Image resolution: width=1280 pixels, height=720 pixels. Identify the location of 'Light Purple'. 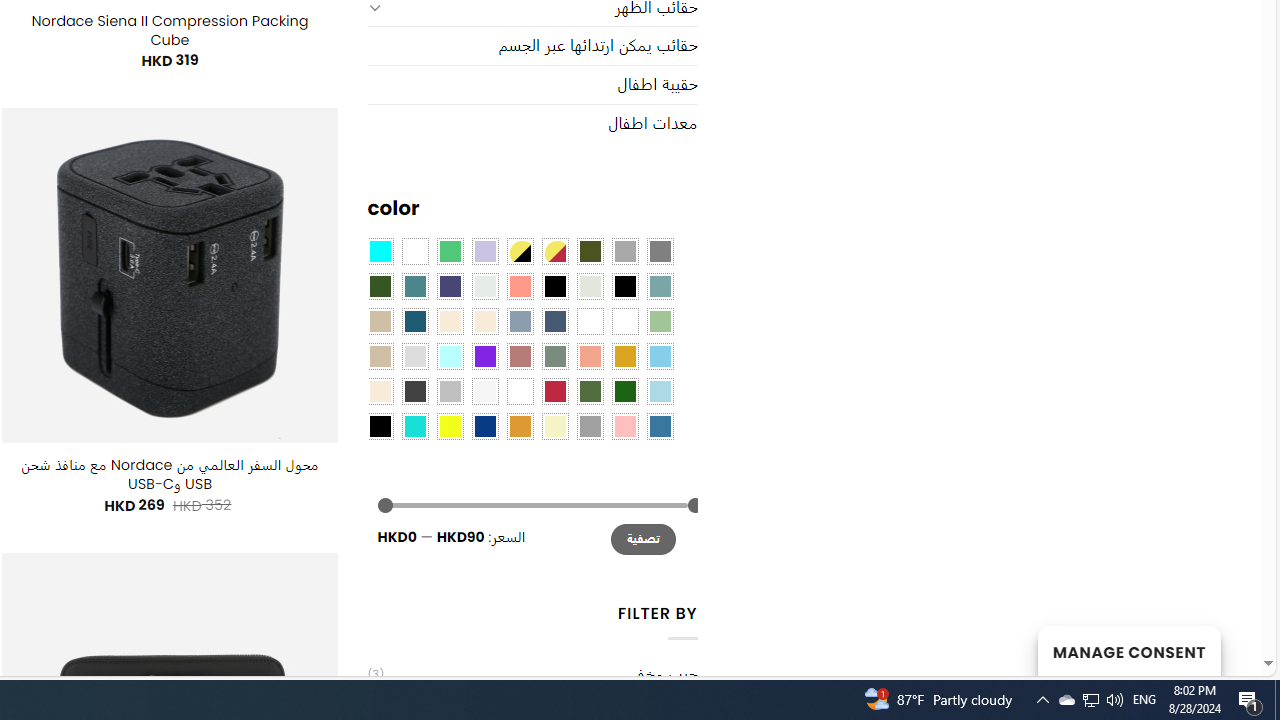
(485, 250).